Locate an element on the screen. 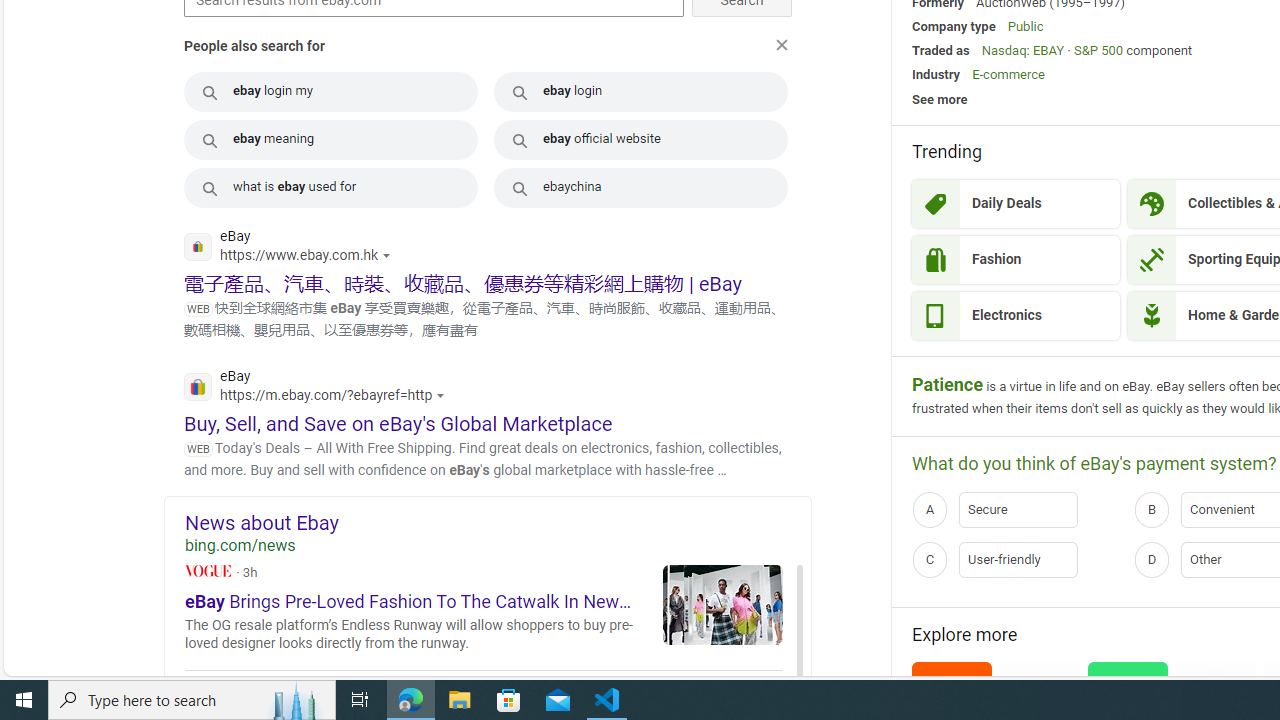  'Traded as' is located at coordinates (939, 49).